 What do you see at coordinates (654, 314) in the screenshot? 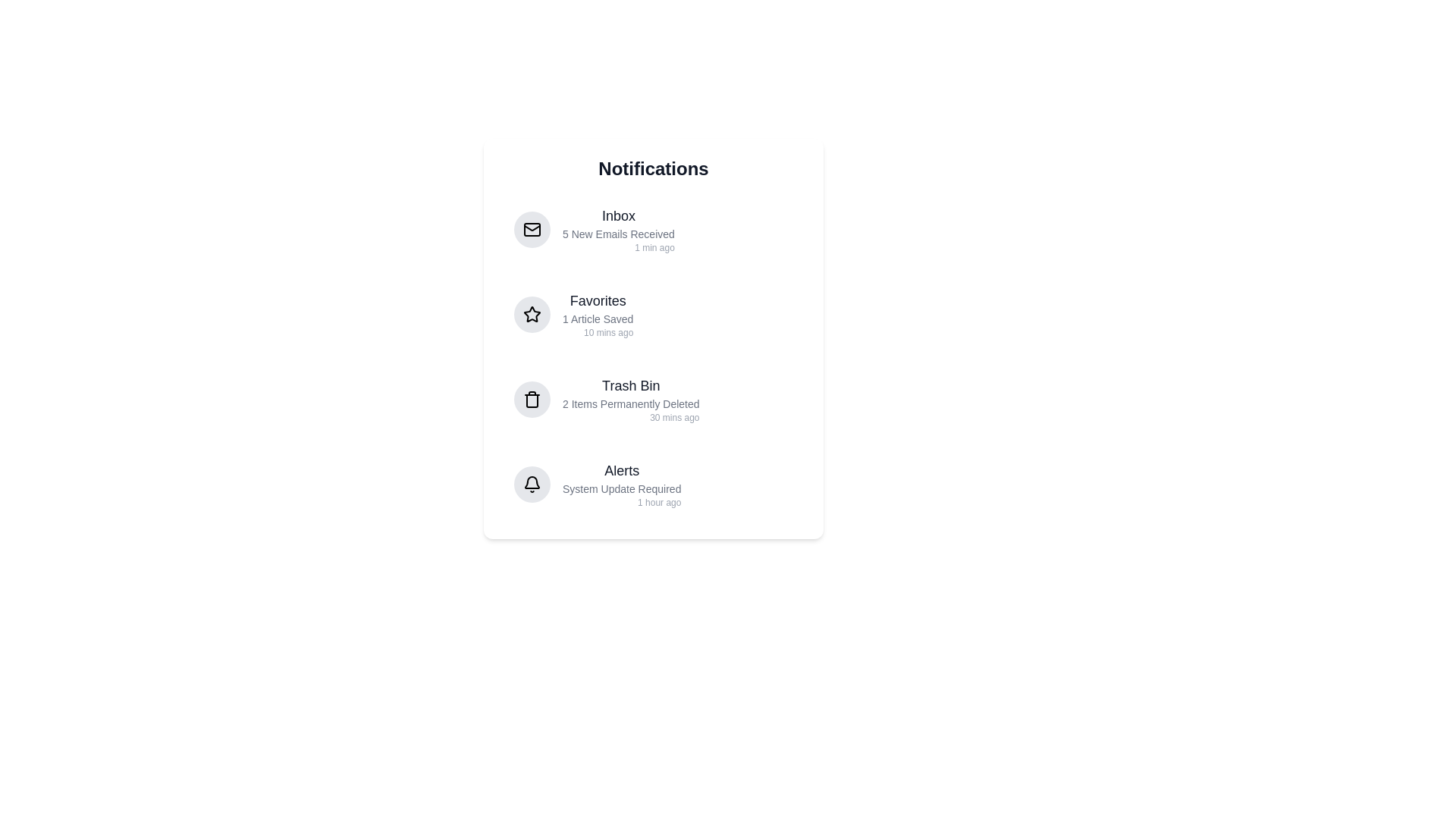
I see `the notification Favorites to see its hover effect` at bounding box center [654, 314].